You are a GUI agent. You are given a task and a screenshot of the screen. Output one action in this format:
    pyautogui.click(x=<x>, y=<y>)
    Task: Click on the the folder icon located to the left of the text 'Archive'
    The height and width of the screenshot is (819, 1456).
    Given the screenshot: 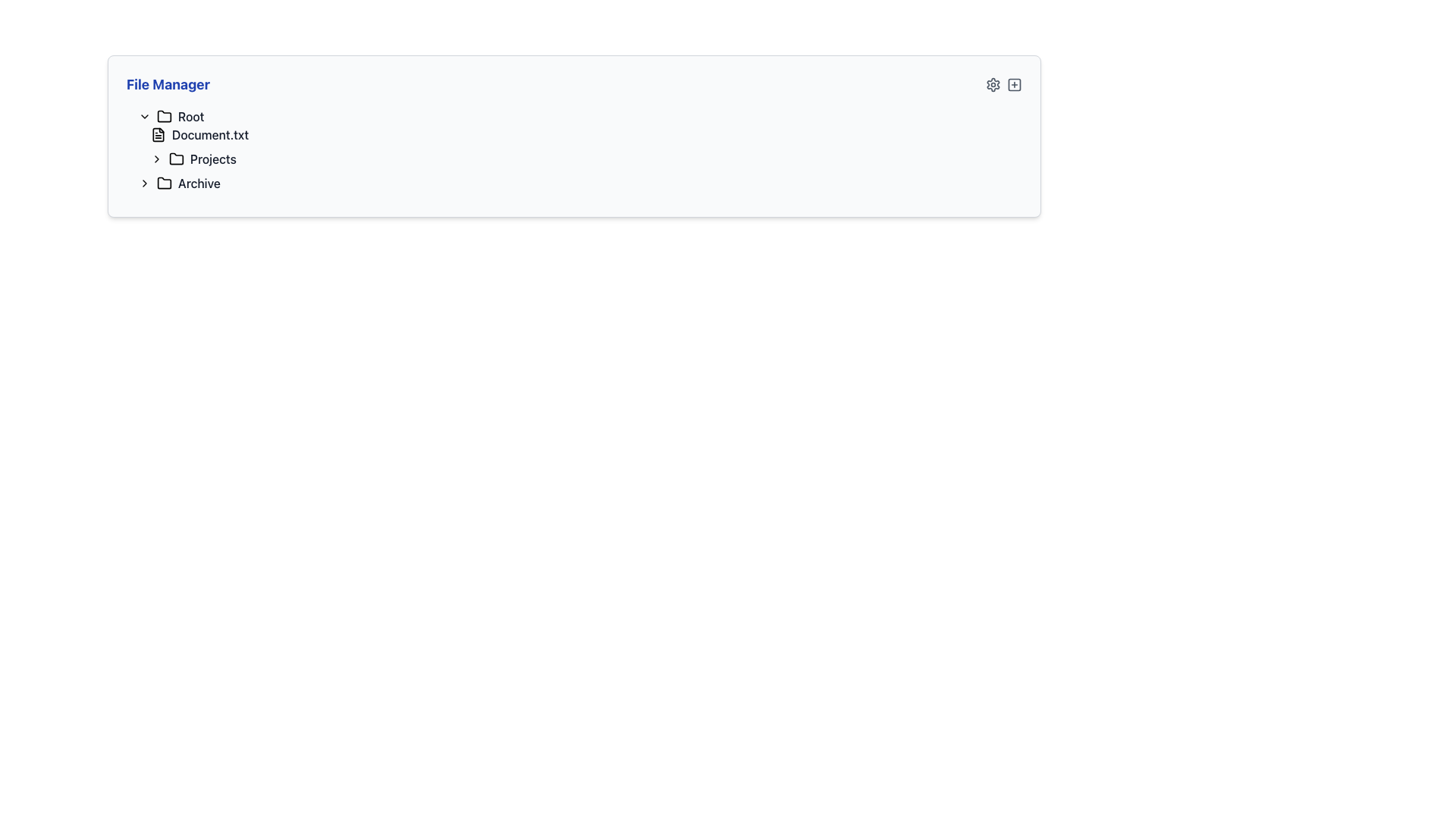 What is the action you would take?
    pyautogui.click(x=164, y=183)
    